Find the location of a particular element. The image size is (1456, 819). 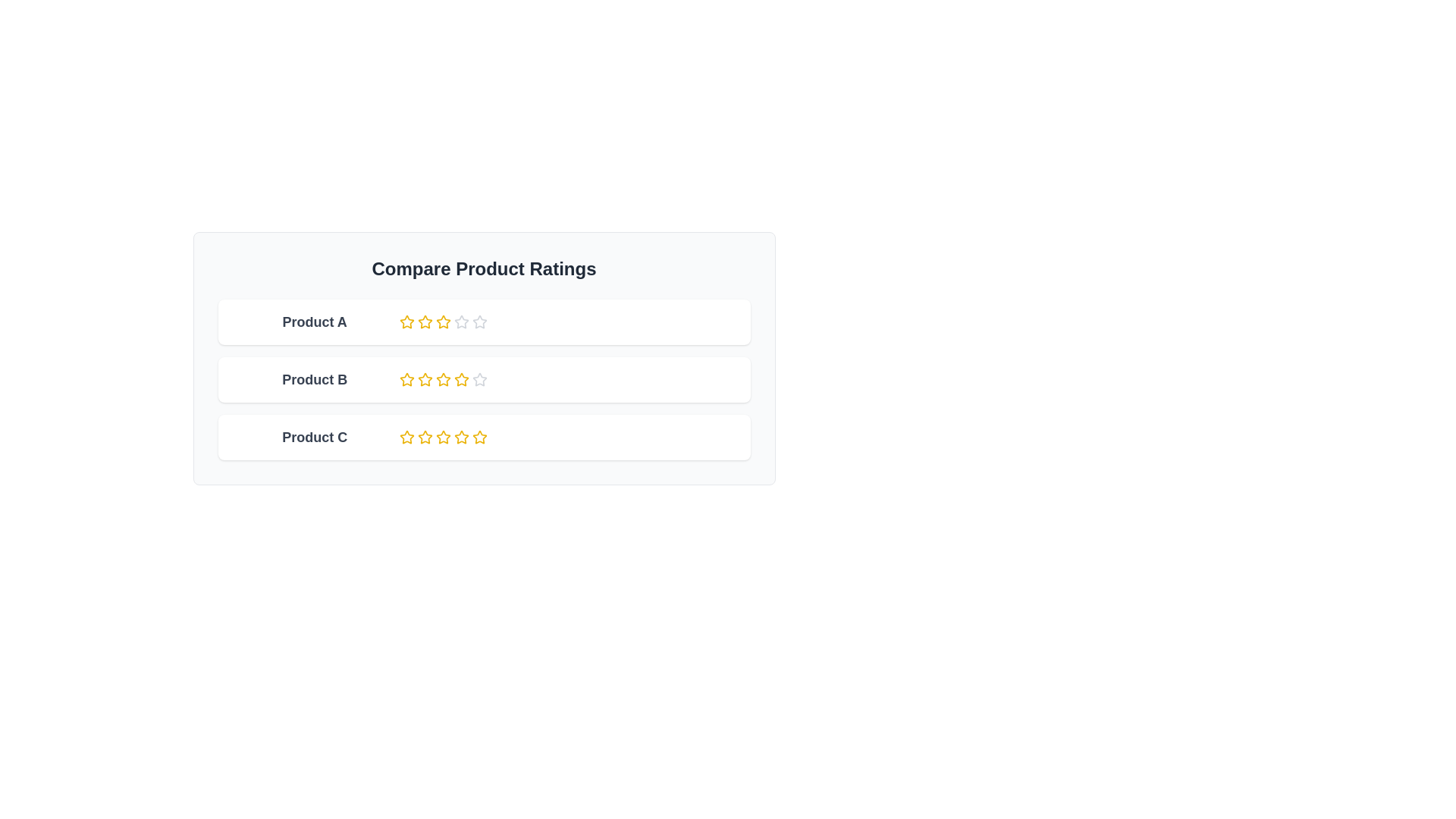

the fourth rating star icon for 'Product A' is located at coordinates (479, 321).